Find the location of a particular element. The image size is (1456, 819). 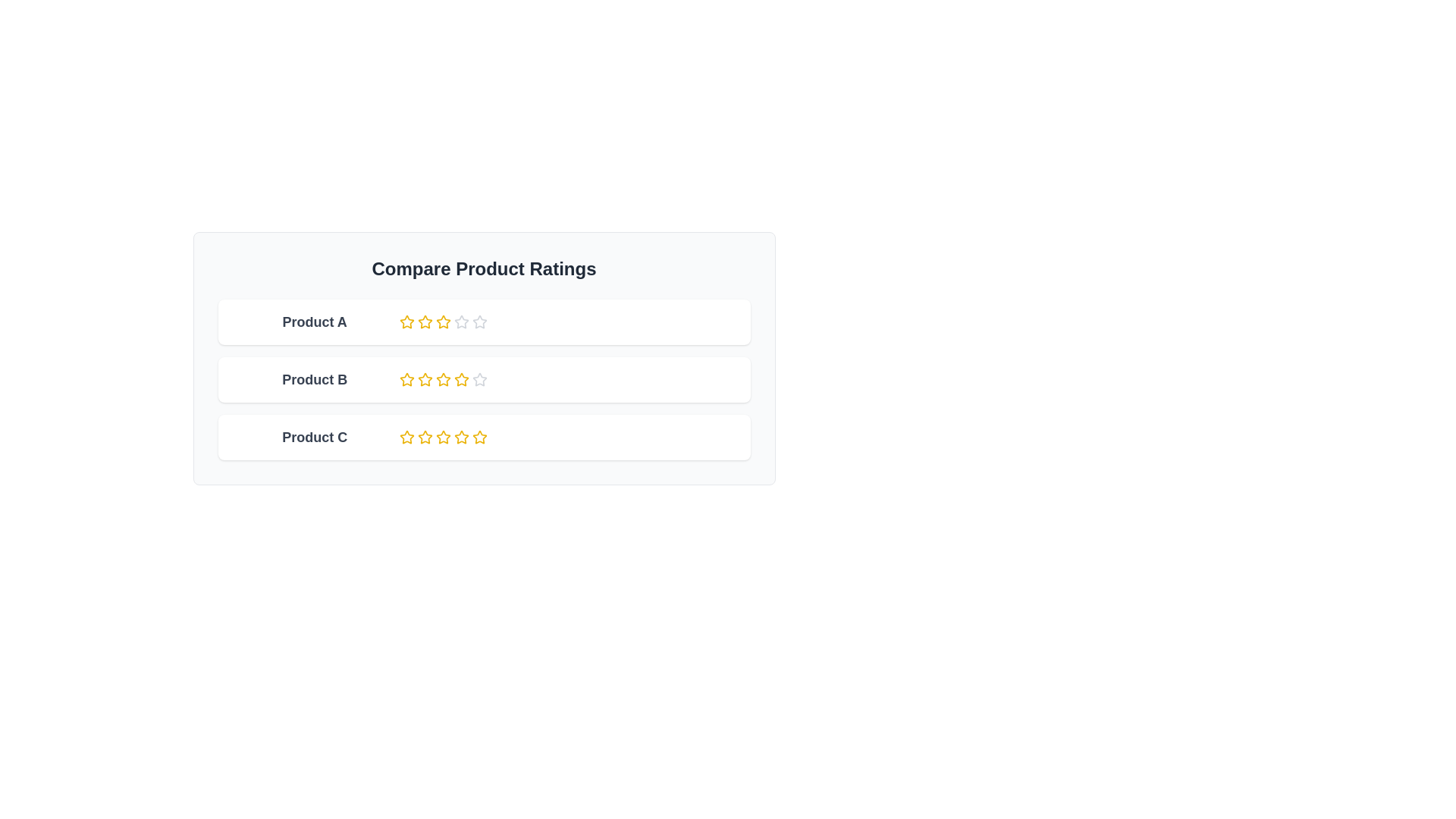

the fourth rating star icon for 'Product A' is located at coordinates (479, 321).